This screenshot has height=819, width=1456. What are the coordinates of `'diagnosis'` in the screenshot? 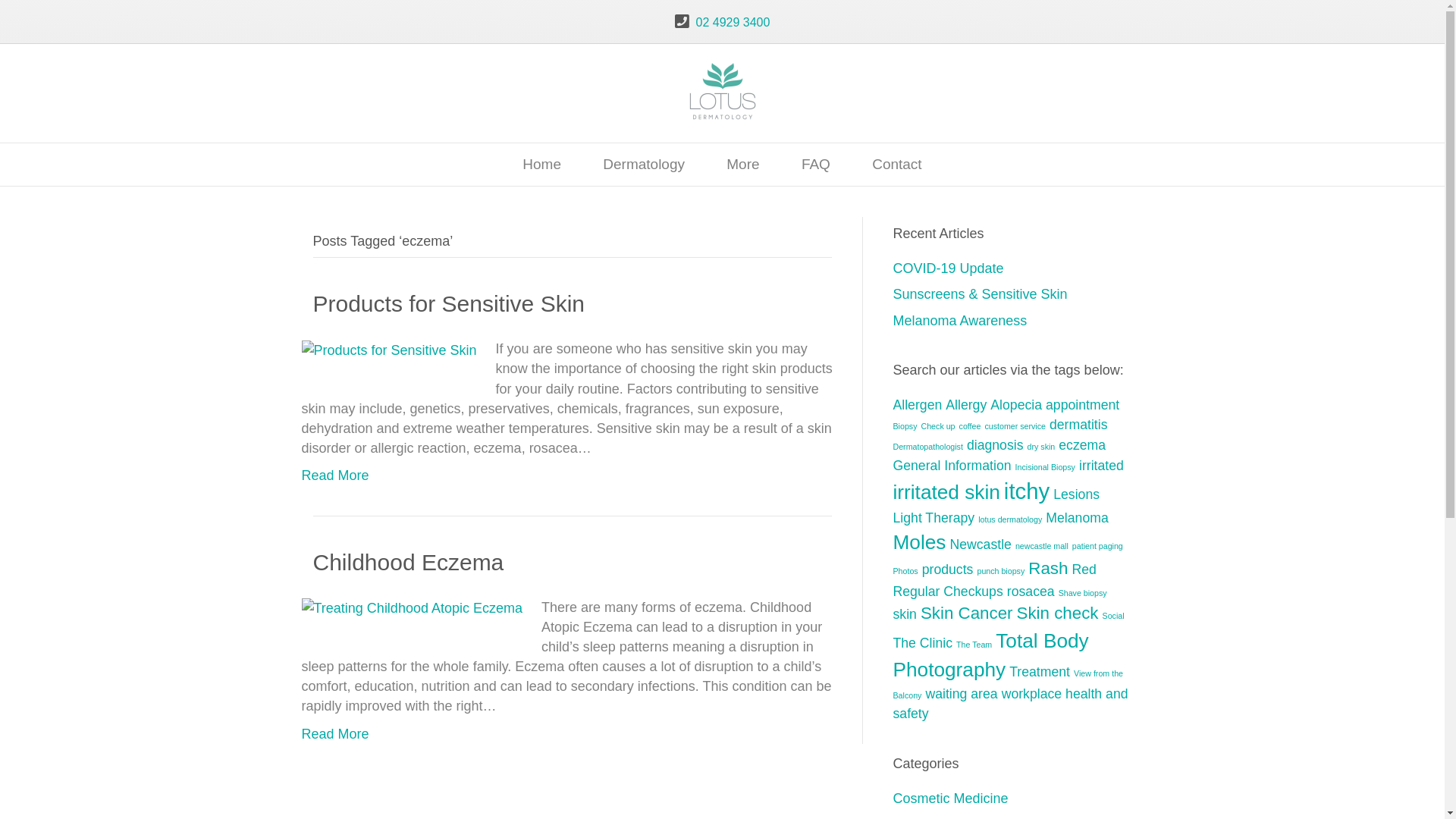 It's located at (966, 444).